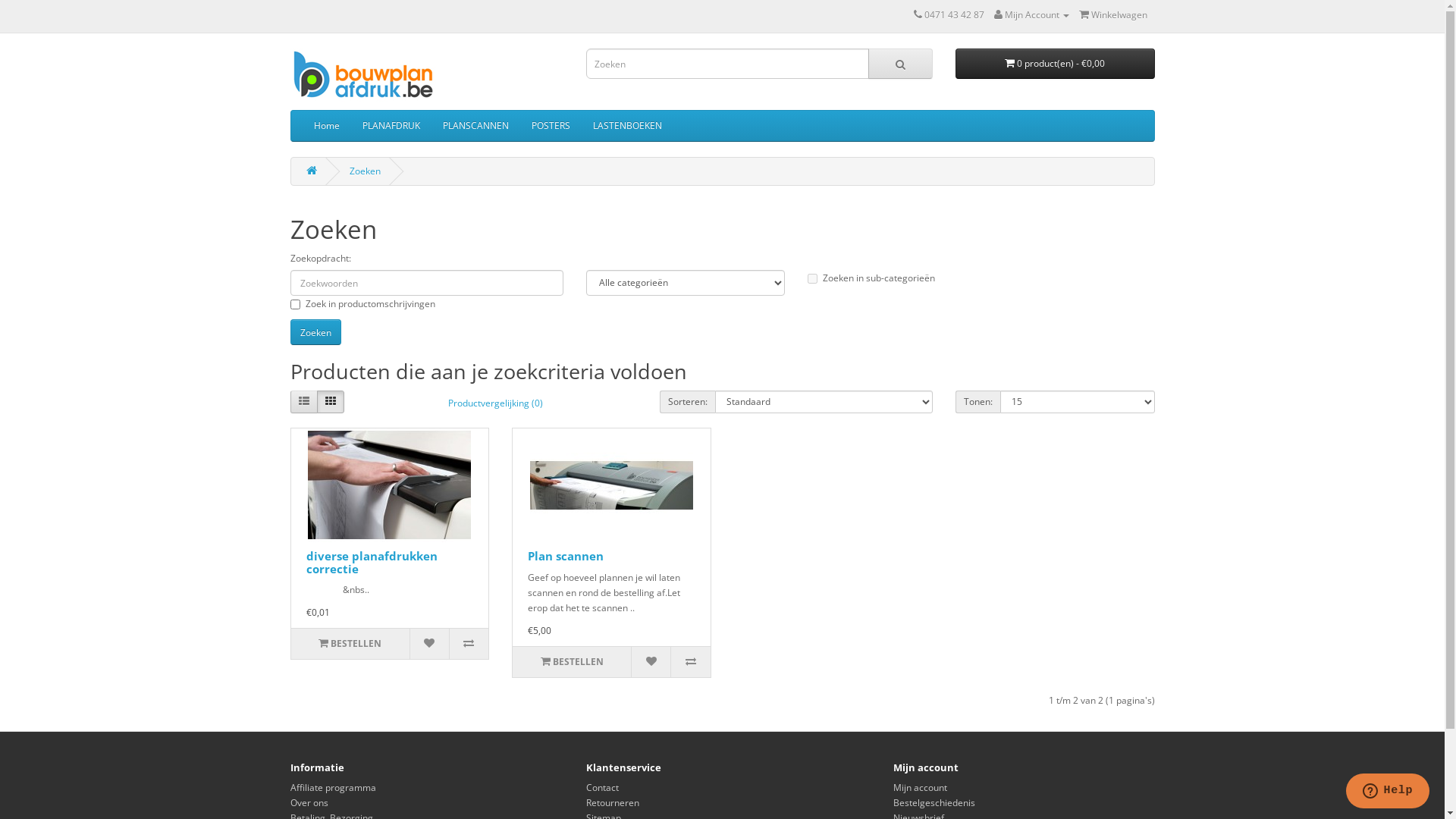  I want to click on 'Home', so click(325, 124).